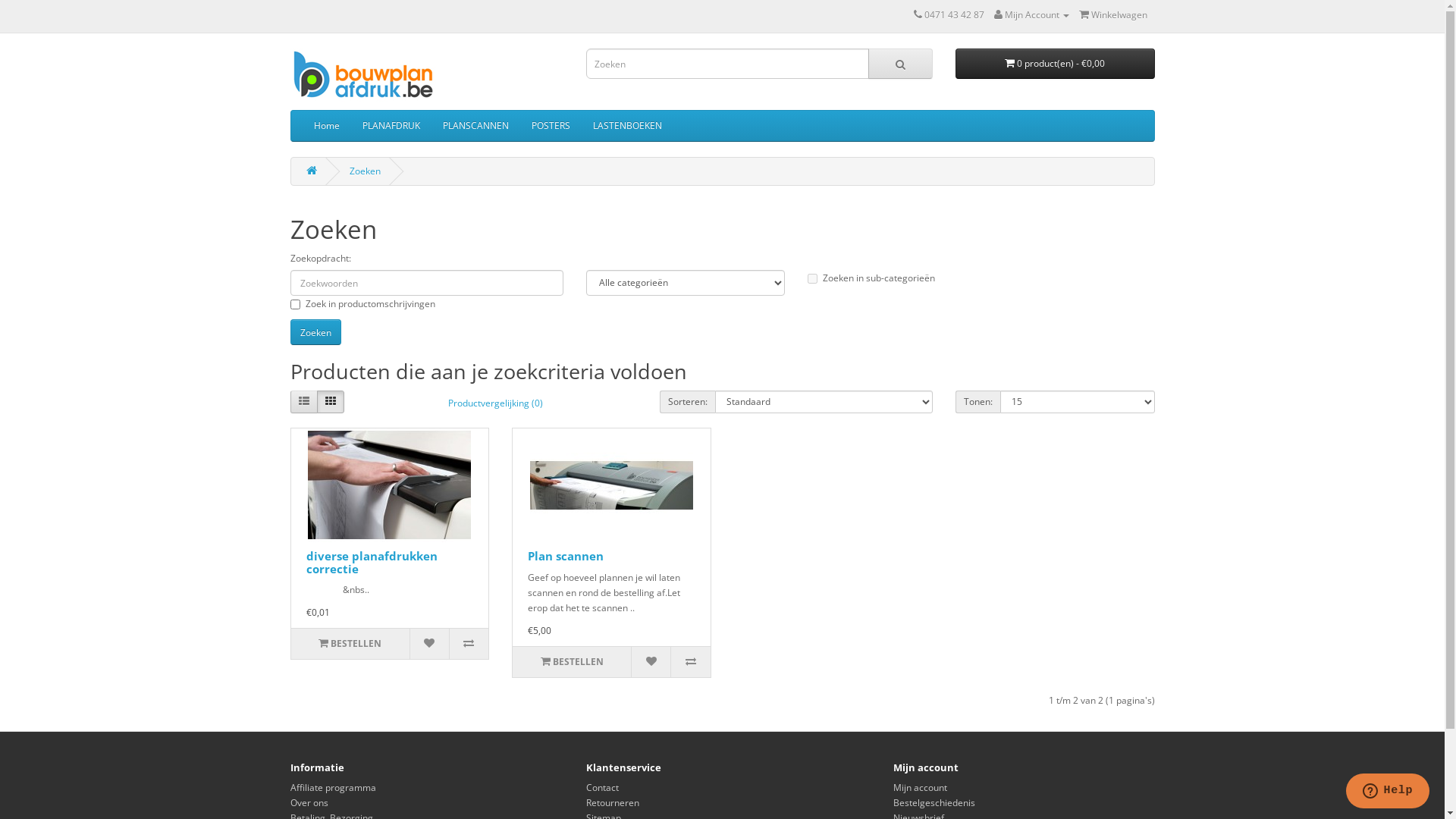  I want to click on 'Home', so click(325, 124).